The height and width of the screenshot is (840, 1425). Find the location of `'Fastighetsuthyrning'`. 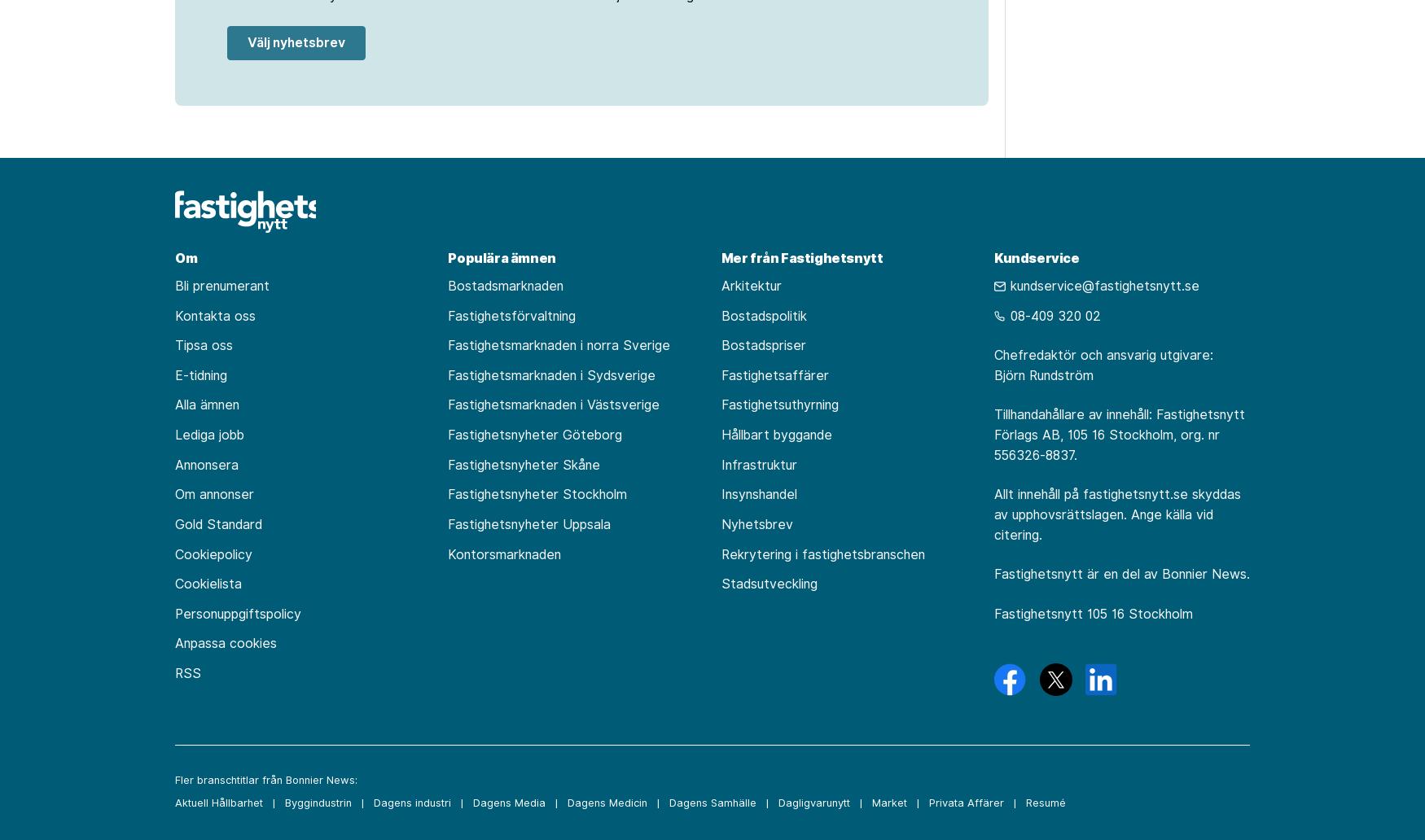

'Fastighetsuthyrning' is located at coordinates (779, 404).